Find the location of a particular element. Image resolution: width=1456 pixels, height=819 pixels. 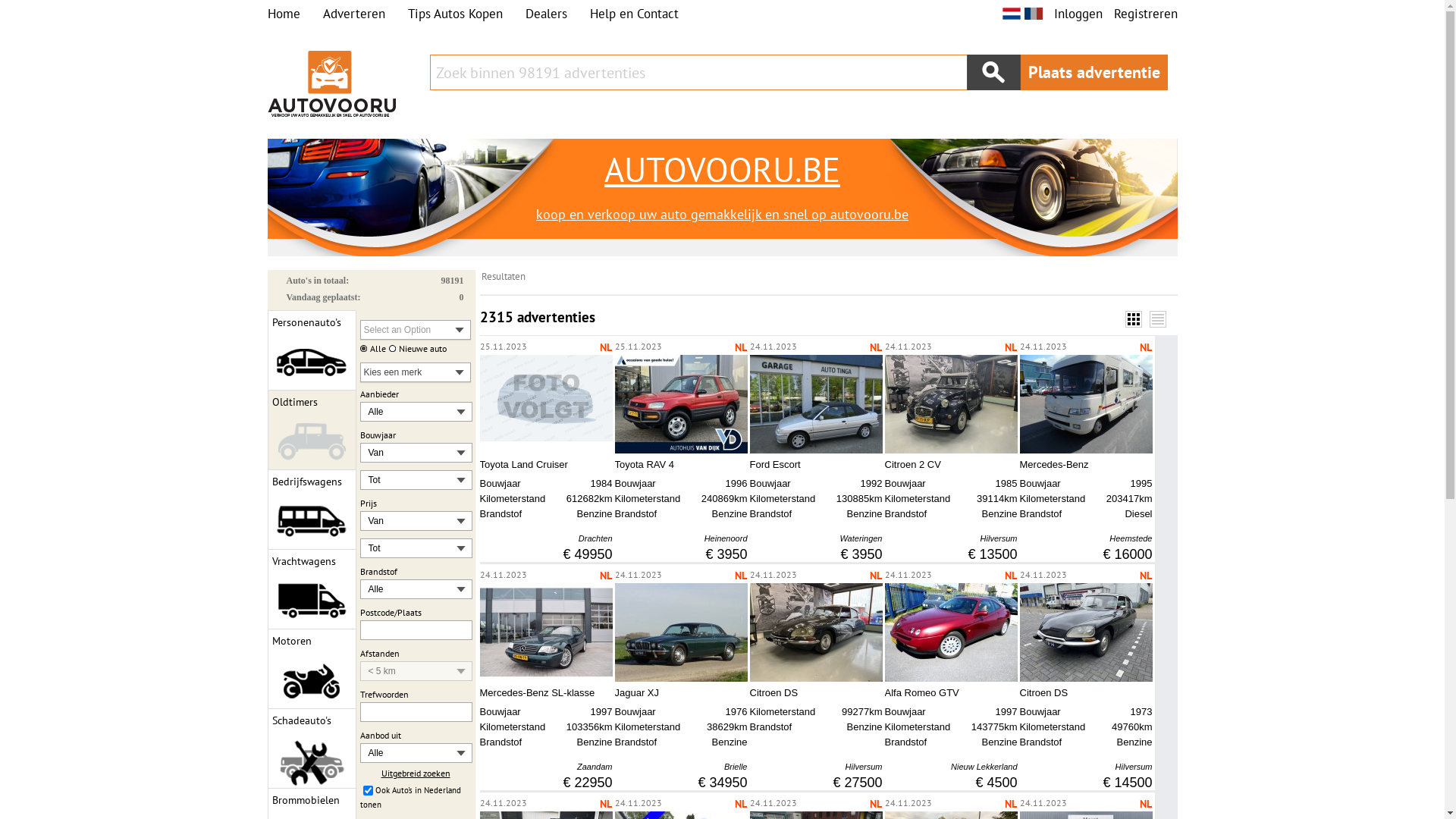

'Help en Contact' is located at coordinates (634, 14).